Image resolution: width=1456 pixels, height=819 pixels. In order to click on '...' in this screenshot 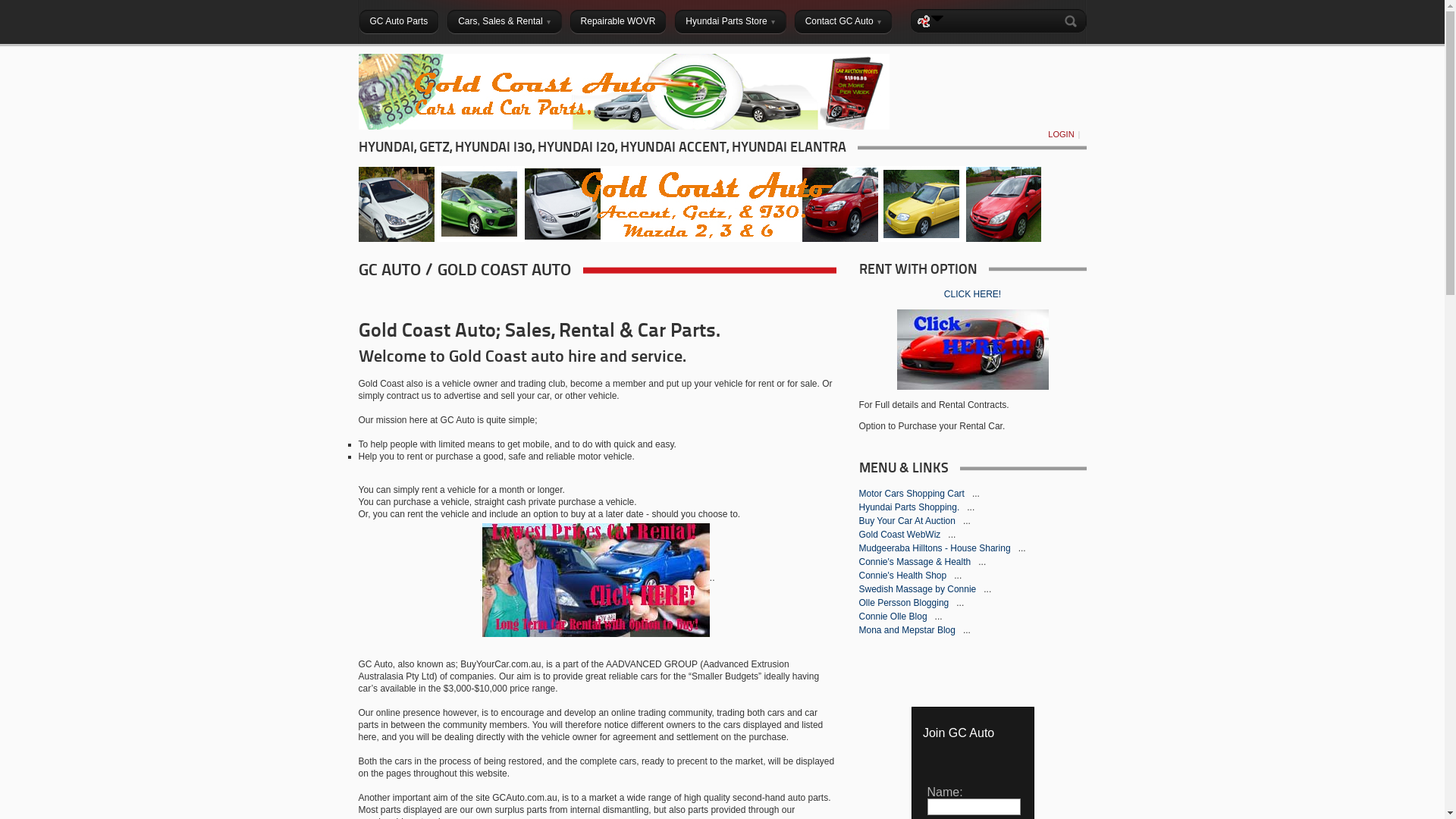, I will do `click(938, 617)`.